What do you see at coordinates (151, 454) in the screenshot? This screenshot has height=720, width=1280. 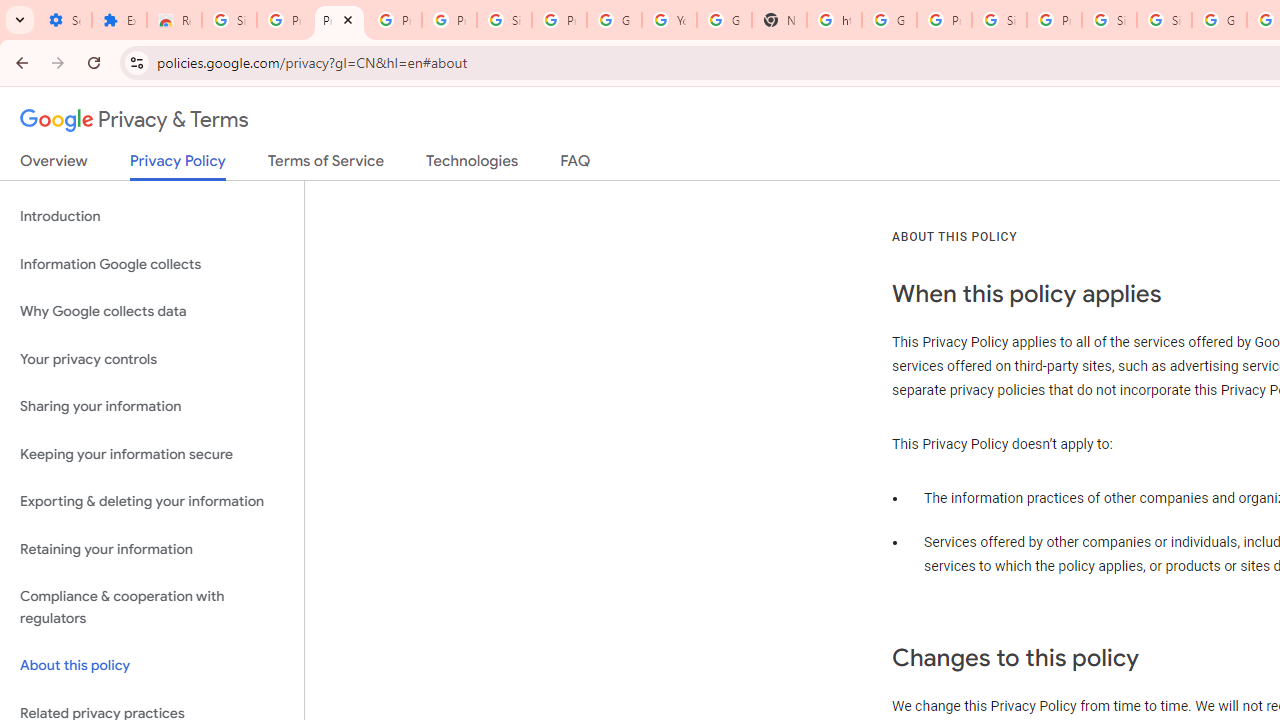 I see `'Keeping your information secure'` at bounding box center [151, 454].